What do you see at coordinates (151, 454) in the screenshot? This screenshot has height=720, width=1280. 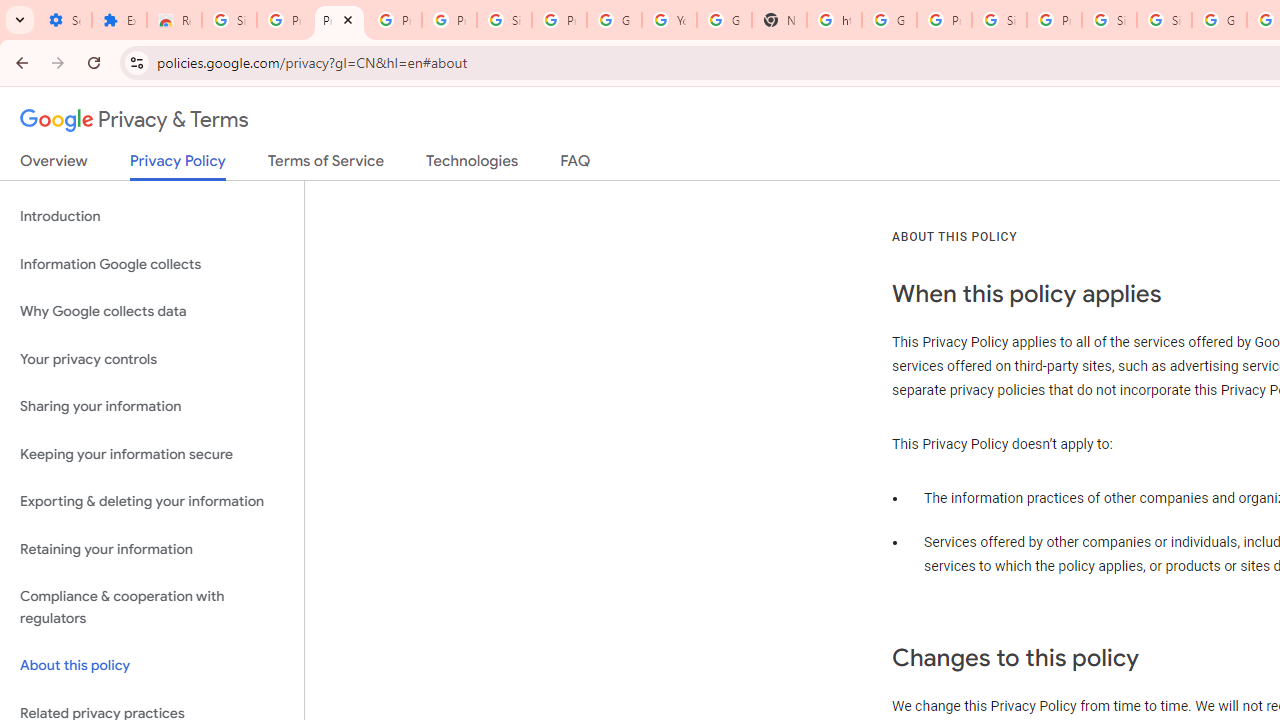 I see `'Keeping your information secure'` at bounding box center [151, 454].